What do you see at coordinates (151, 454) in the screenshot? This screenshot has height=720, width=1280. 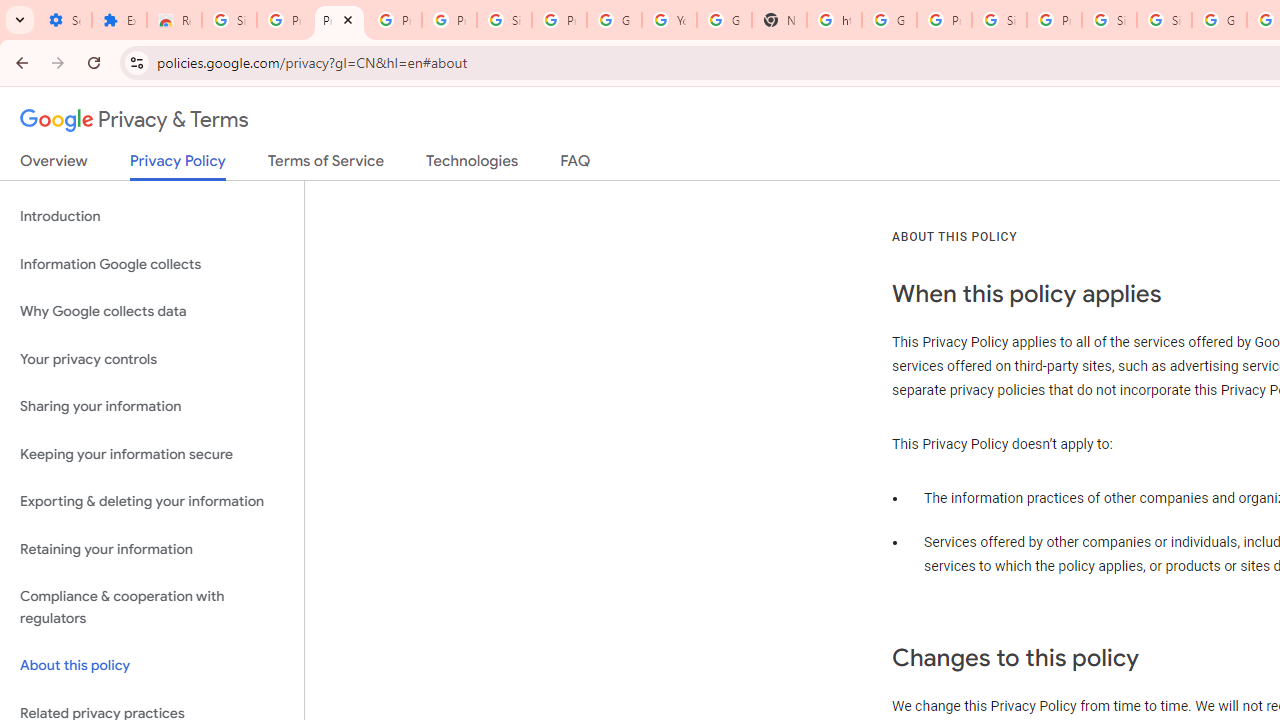 I see `'Keeping your information secure'` at bounding box center [151, 454].